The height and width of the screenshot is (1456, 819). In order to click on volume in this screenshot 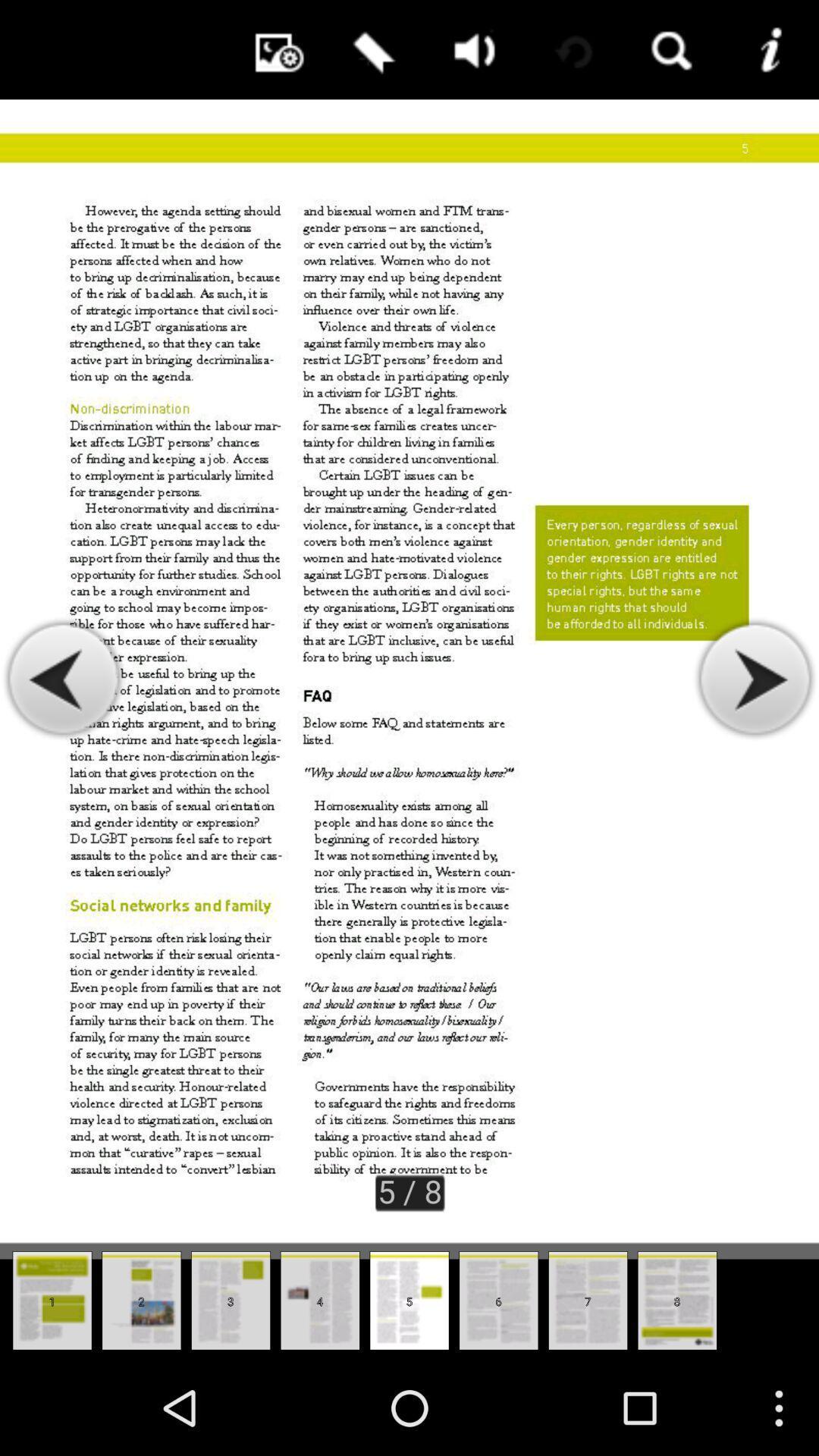, I will do `click(469, 49)`.